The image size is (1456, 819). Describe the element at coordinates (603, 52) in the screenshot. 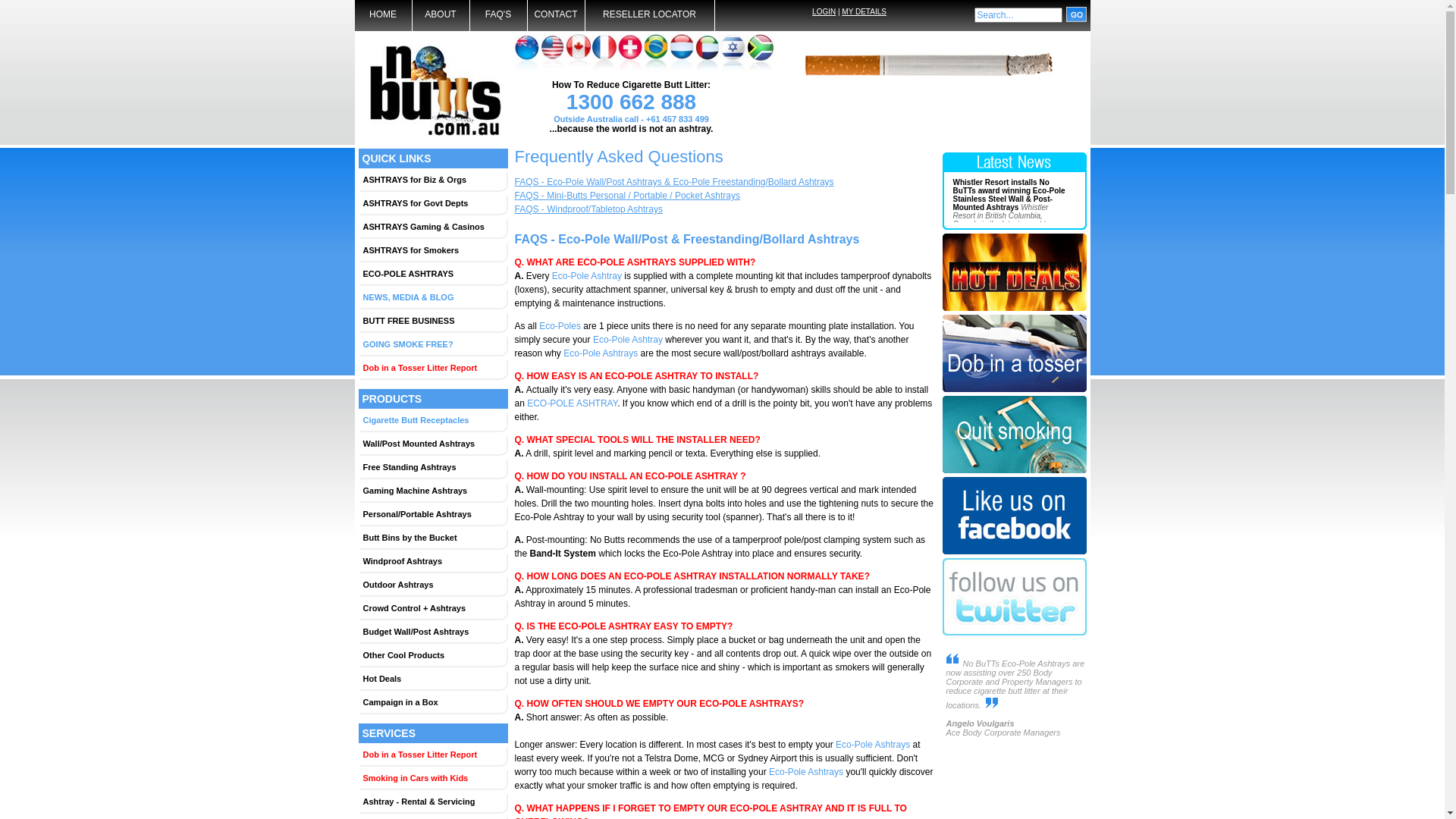

I see `'Contact details for France'` at that location.